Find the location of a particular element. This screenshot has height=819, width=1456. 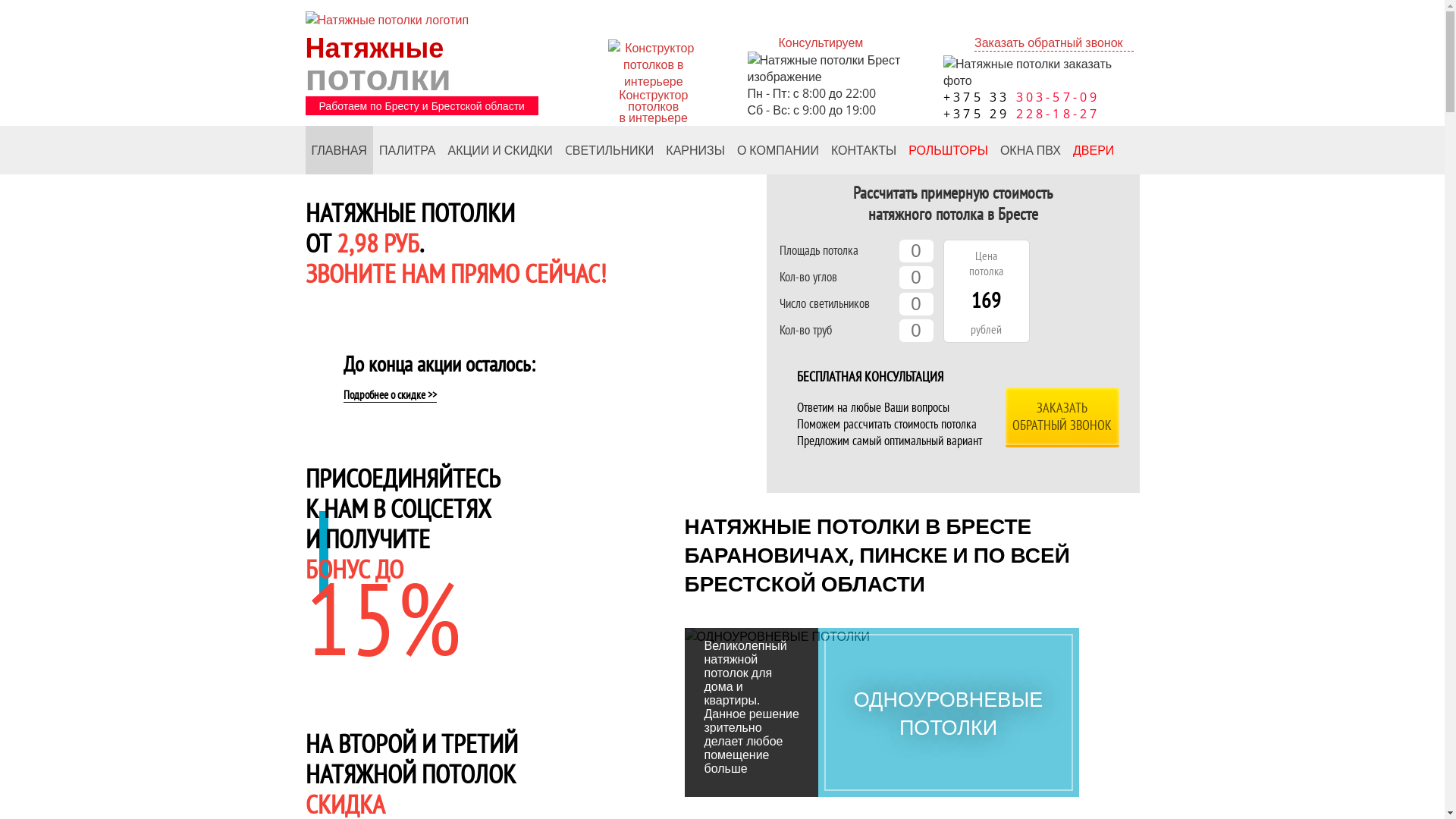

'+375 33 303-57-09' is located at coordinates (1022, 96).